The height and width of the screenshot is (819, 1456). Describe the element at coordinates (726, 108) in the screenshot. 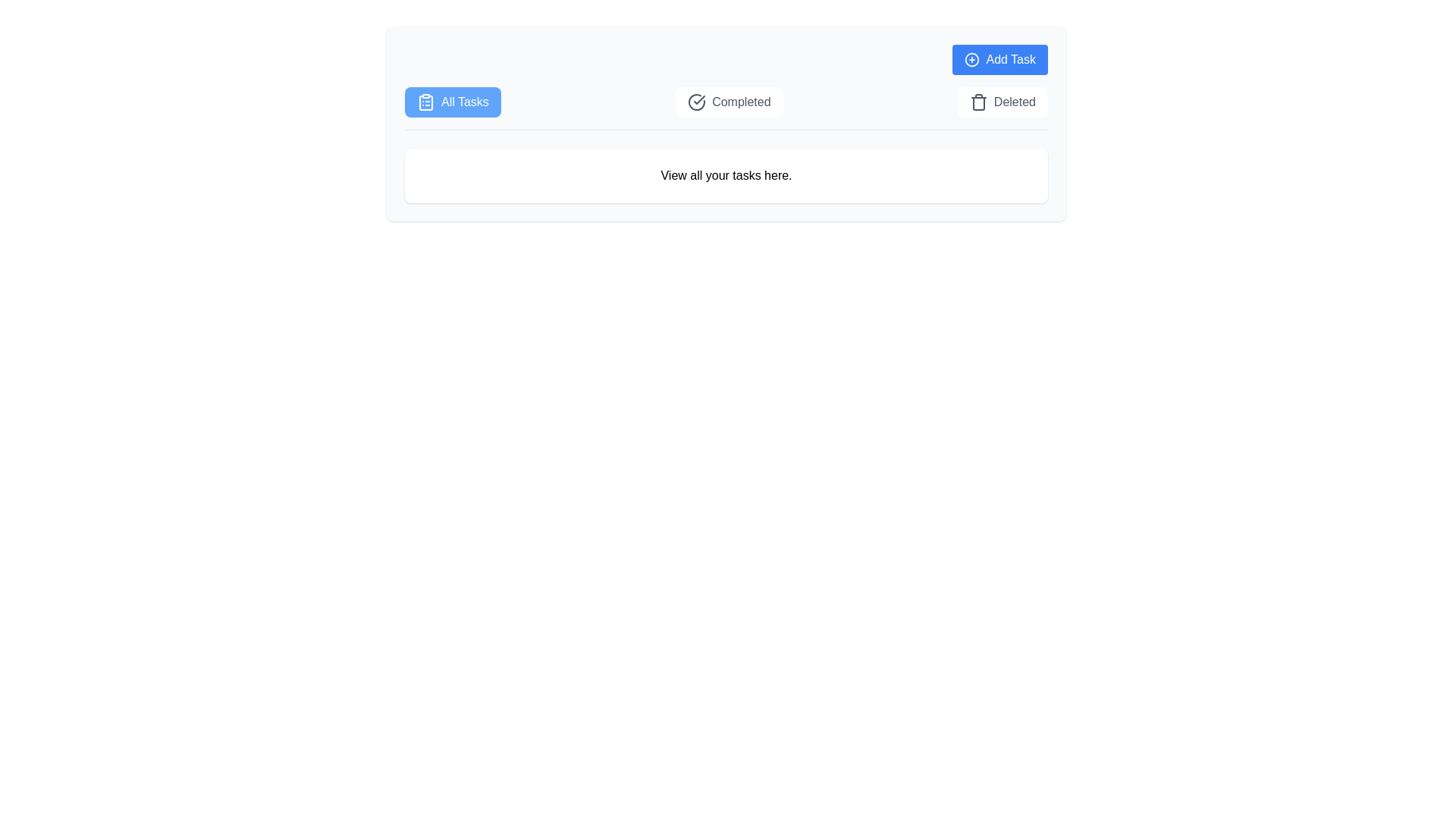

I see `the 'Completed' button located in the navigation bar to filter` at that location.